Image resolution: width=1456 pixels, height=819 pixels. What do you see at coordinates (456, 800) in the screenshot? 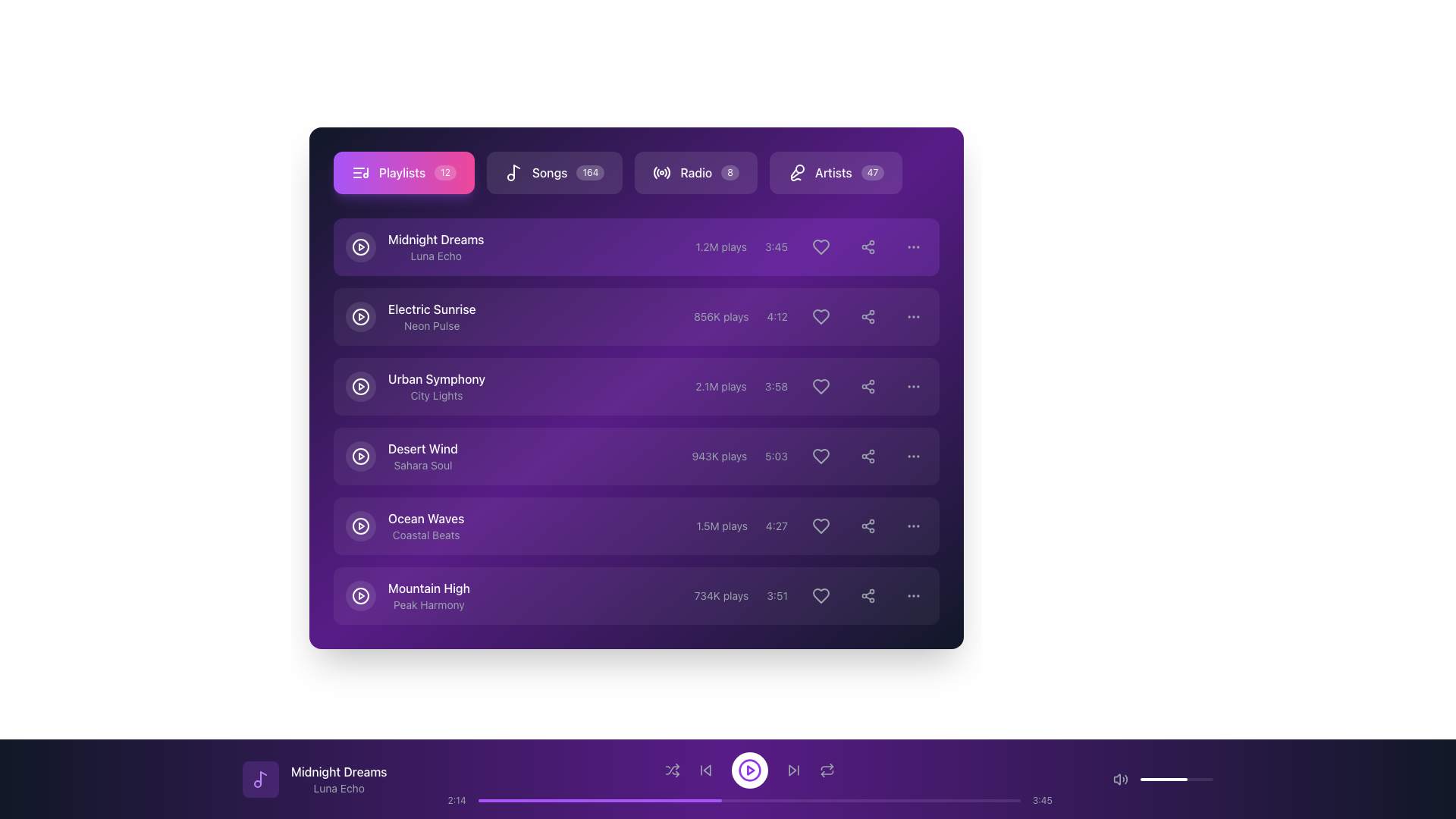
I see `the small text label displaying the time '2:14' in light gray color, located near the bottom left of the progress bar` at bounding box center [456, 800].